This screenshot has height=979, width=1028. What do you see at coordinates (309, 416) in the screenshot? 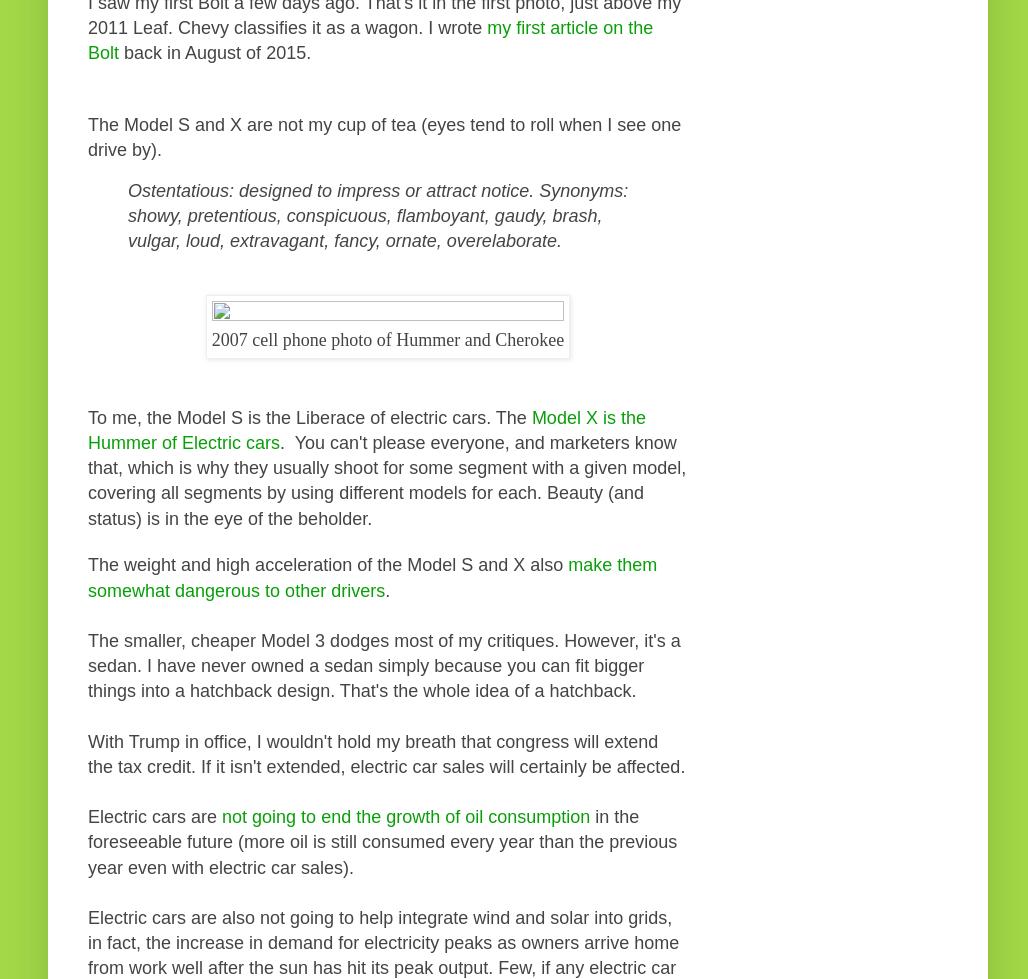
I see `'To me, the Model S is the Liberace of electric cars. The'` at bounding box center [309, 416].